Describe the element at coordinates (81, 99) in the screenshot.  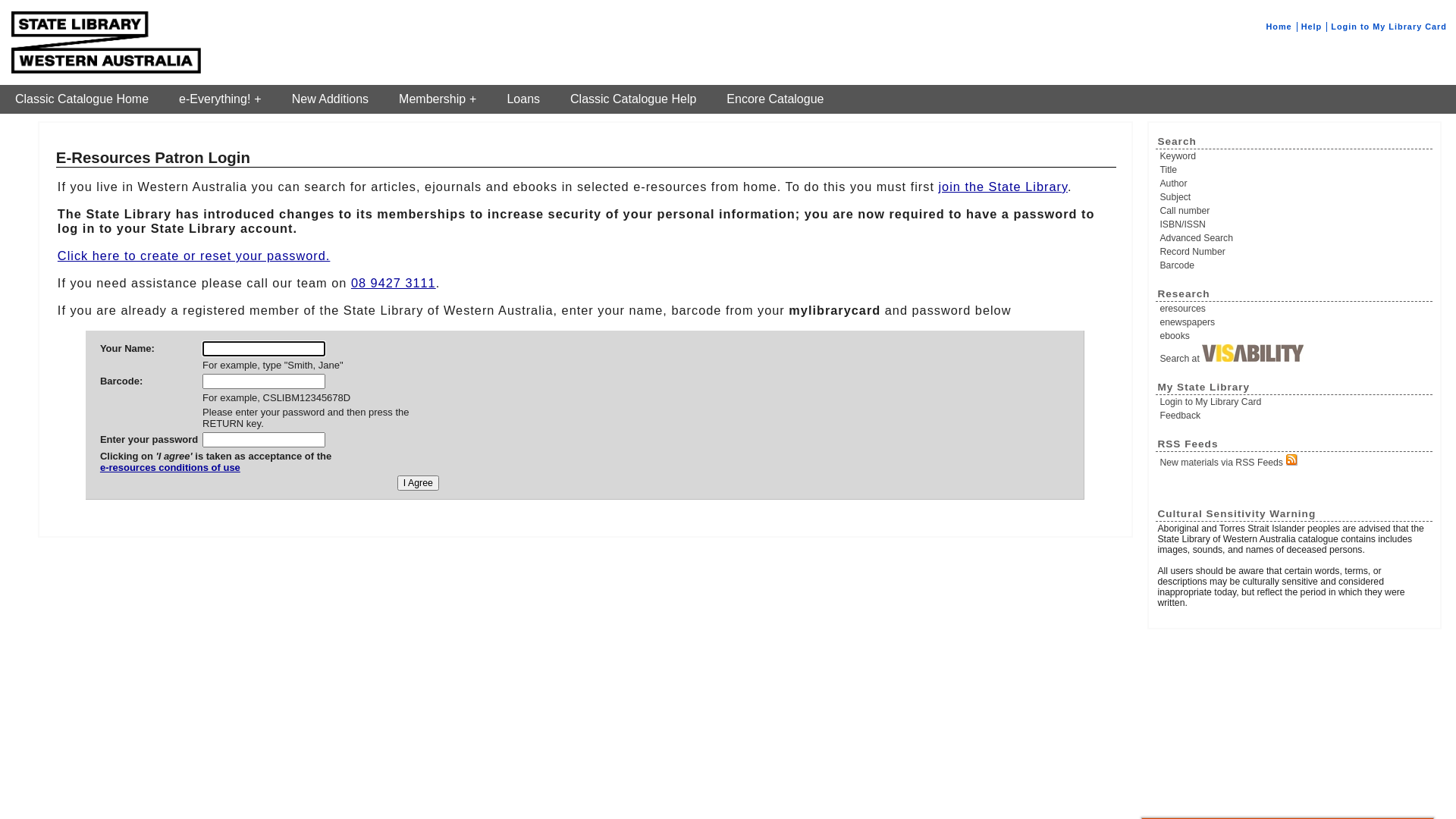
I see `'Classic Catalogue Home'` at that location.